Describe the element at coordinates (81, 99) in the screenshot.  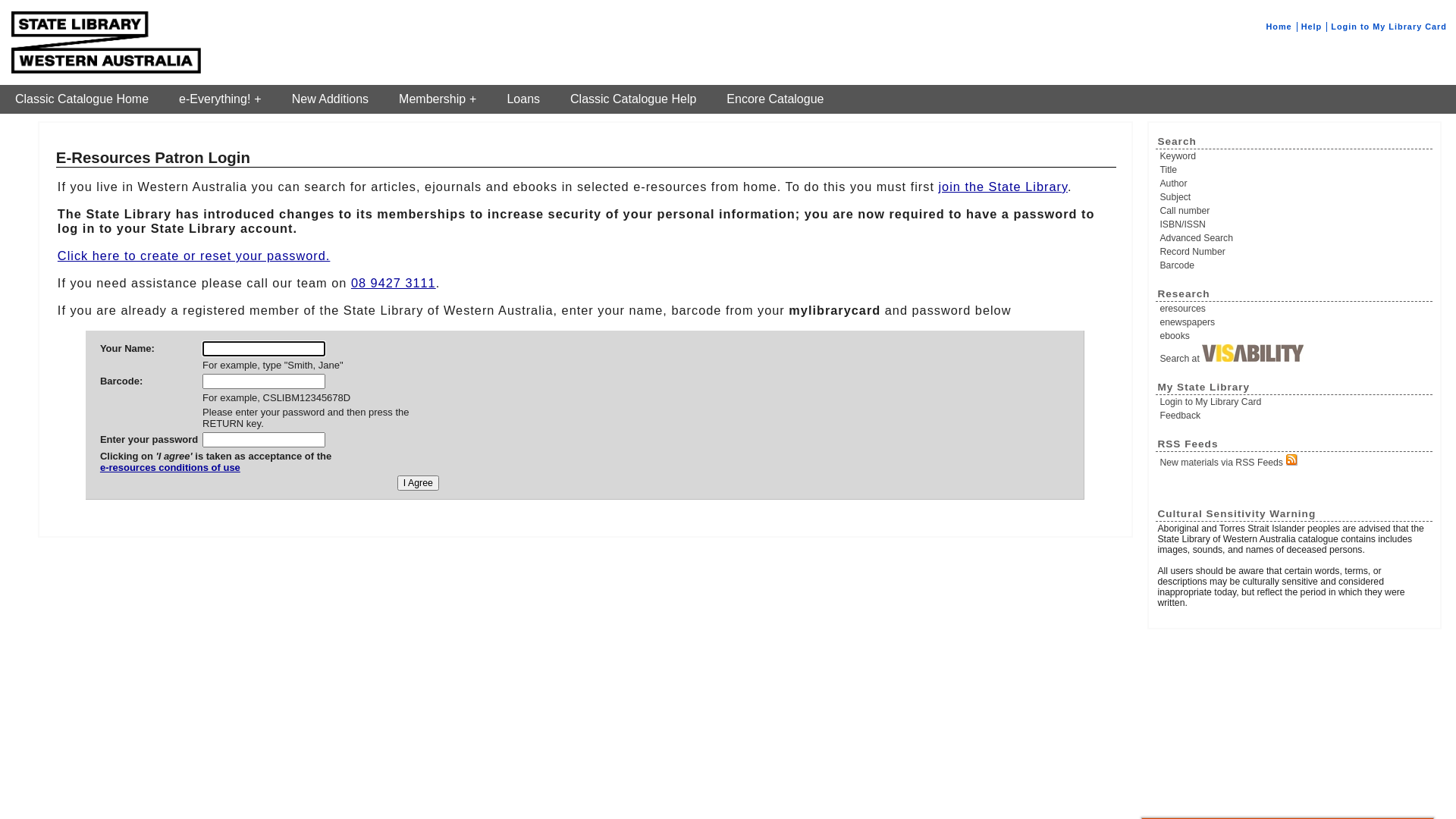
I see `'Classic Catalogue Home'` at that location.